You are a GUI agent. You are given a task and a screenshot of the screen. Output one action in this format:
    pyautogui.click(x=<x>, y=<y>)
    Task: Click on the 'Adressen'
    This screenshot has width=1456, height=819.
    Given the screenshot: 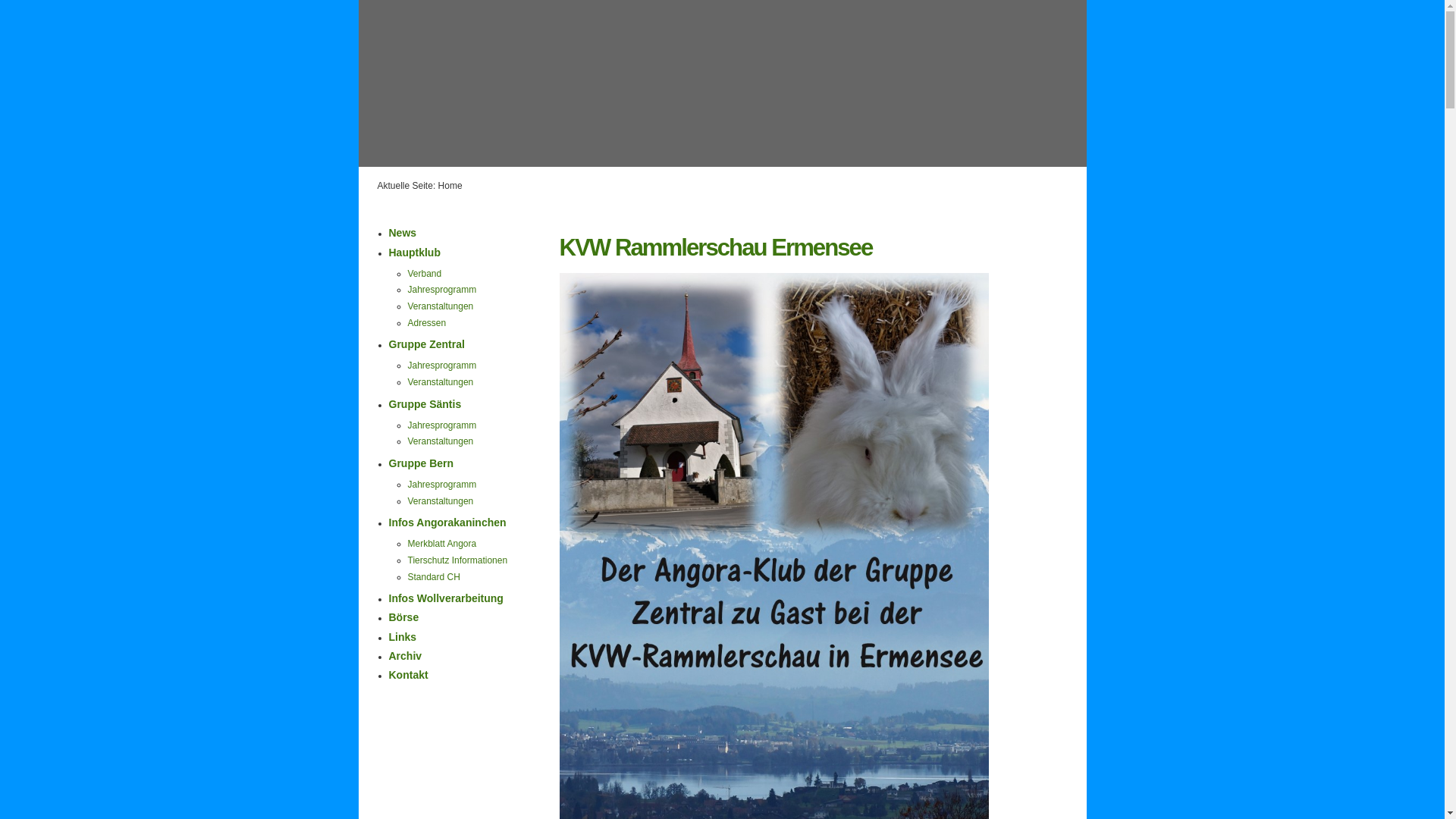 What is the action you would take?
    pyautogui.click(x=407, y=322)
    